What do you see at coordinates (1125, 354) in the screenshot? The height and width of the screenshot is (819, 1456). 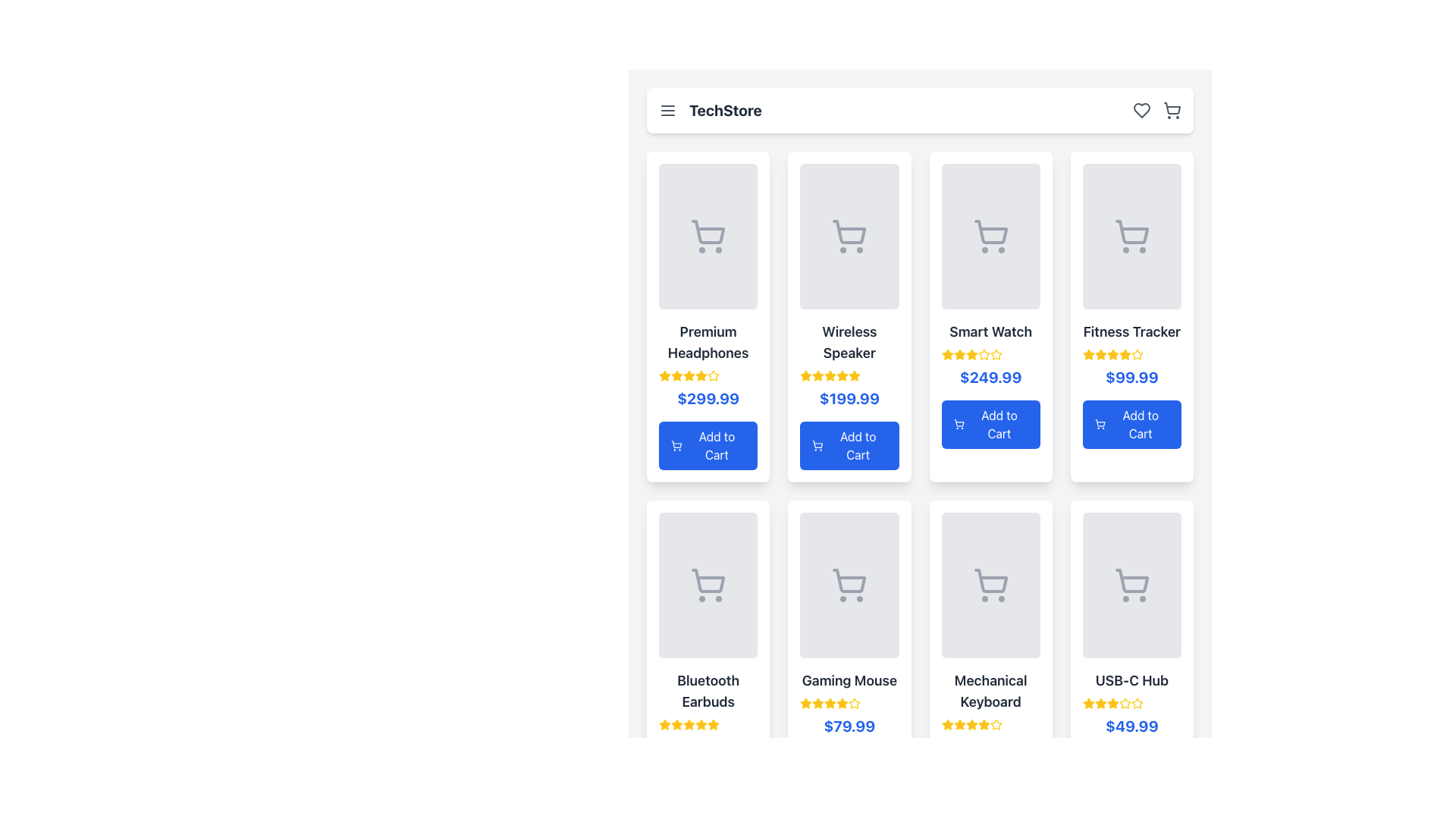 I see `the fifth rating star in the 'Fitness Tracker' card` at bounding box center [1125, 354].